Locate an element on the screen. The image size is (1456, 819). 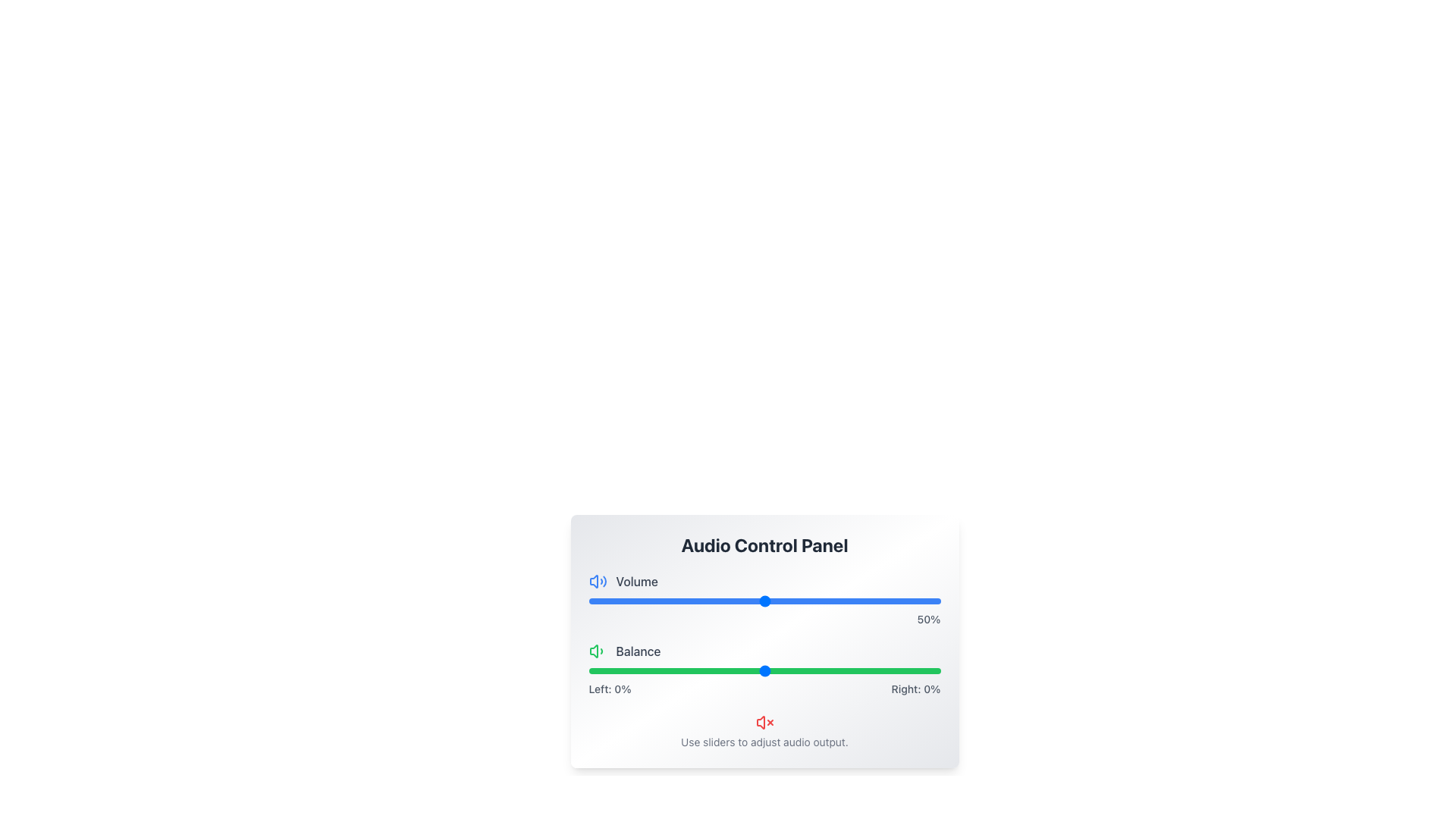
balance is located at coordinates (834, 670).